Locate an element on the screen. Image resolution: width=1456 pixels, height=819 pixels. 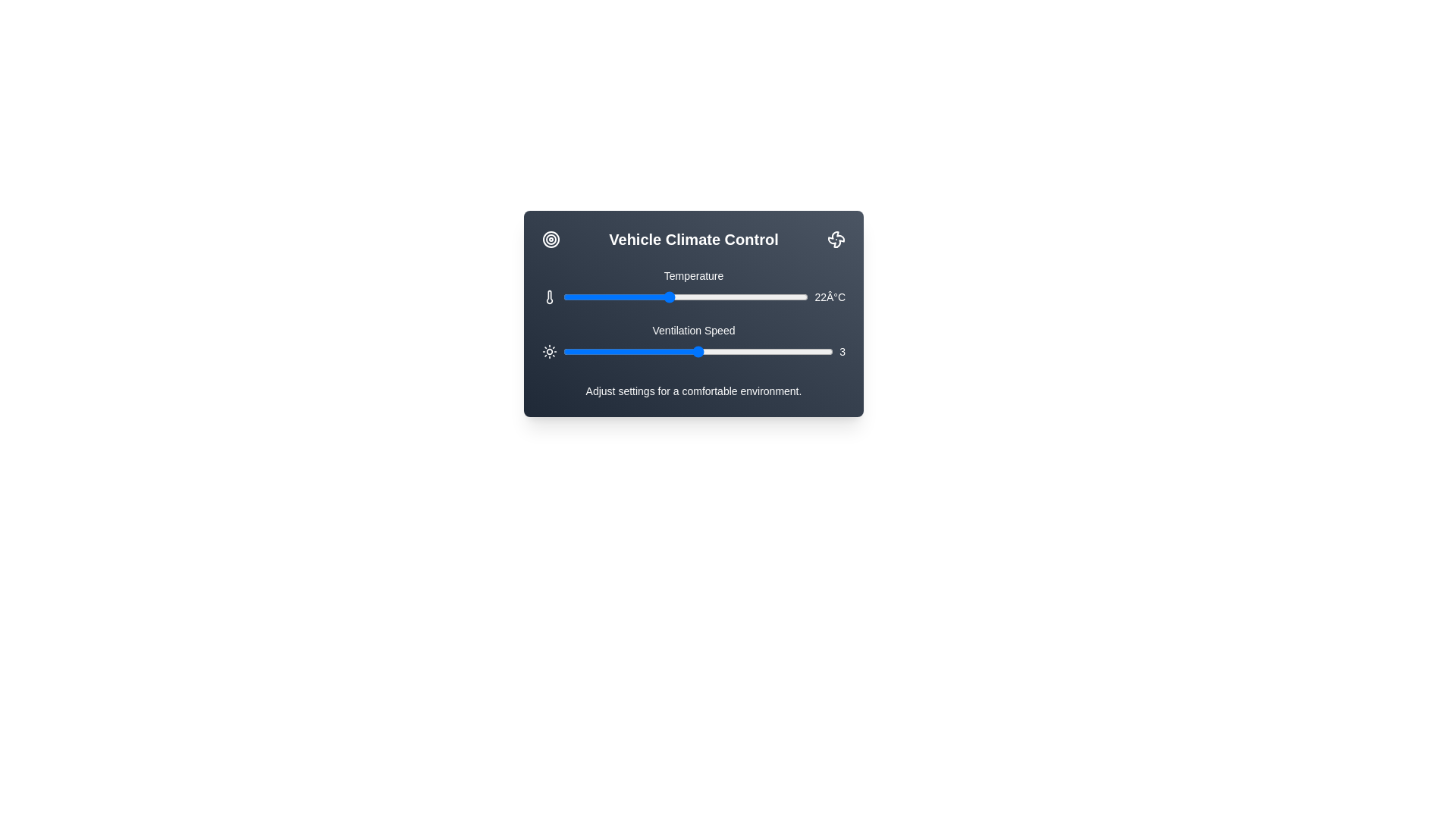
the temperature slider to set the temperature to 24 degrees Celsius is located at coordinates (702, 297).